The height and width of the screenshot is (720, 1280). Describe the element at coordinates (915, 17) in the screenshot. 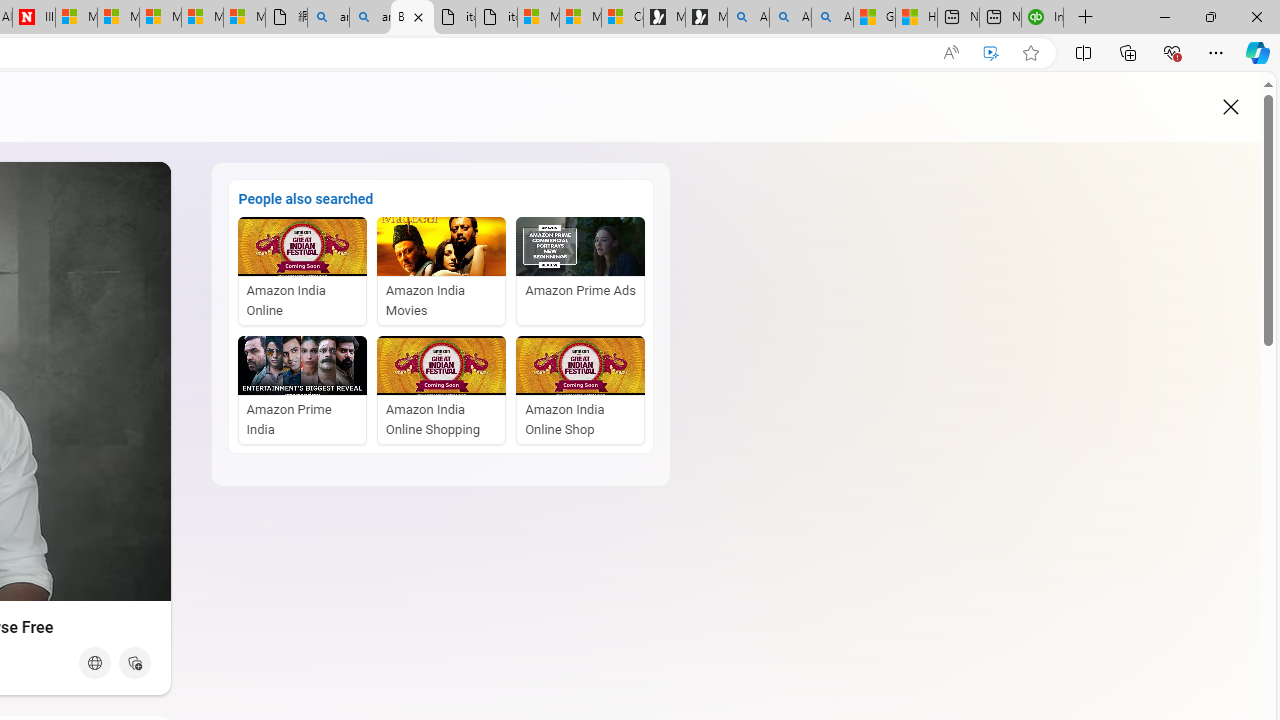

I see `'How to Use a TV as a Computer Monitor'` at that location.